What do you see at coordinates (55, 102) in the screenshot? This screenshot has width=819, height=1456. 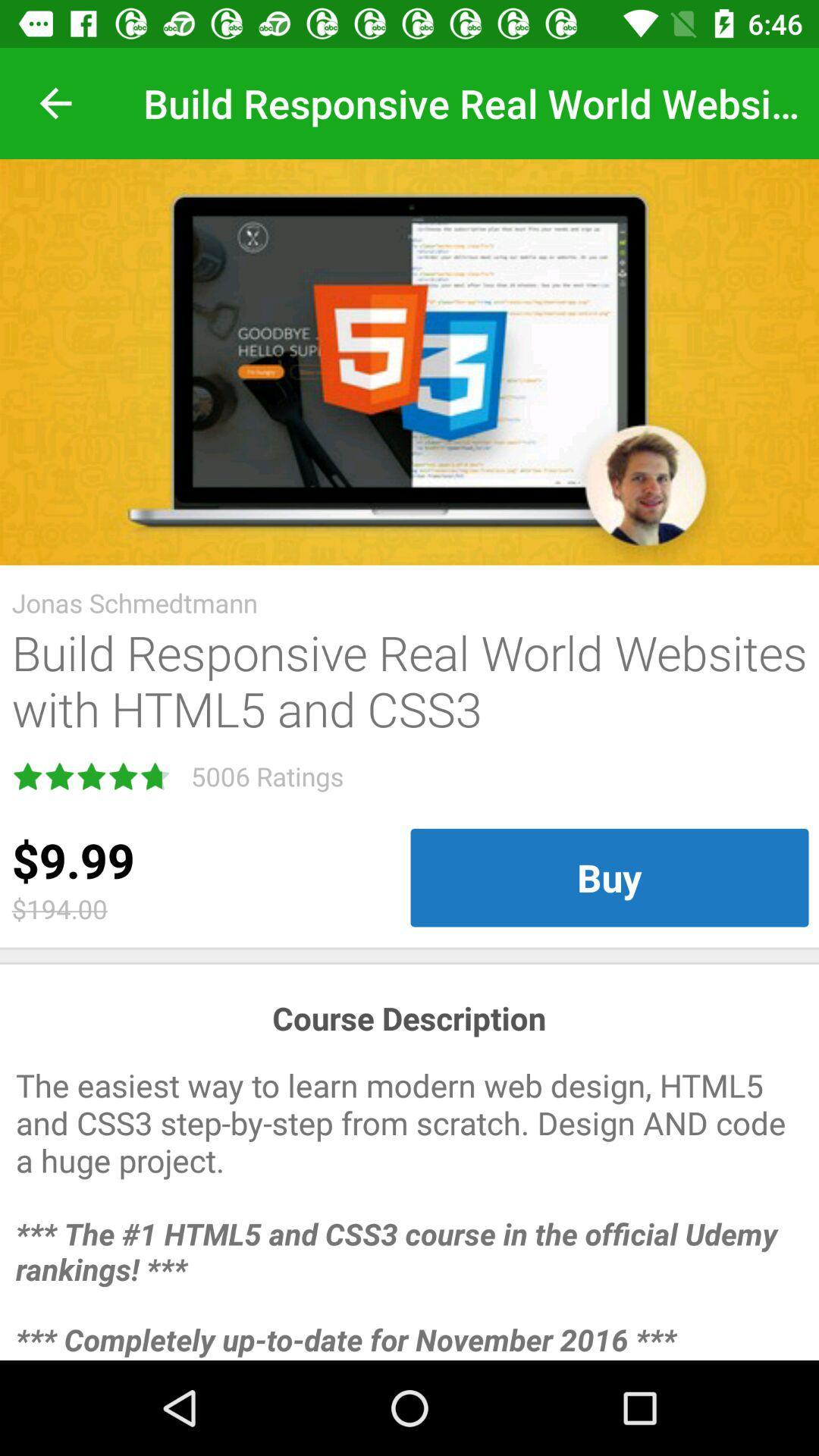 I see `the icon to the left of the build responsive real item` at bounding box center [55, 102].